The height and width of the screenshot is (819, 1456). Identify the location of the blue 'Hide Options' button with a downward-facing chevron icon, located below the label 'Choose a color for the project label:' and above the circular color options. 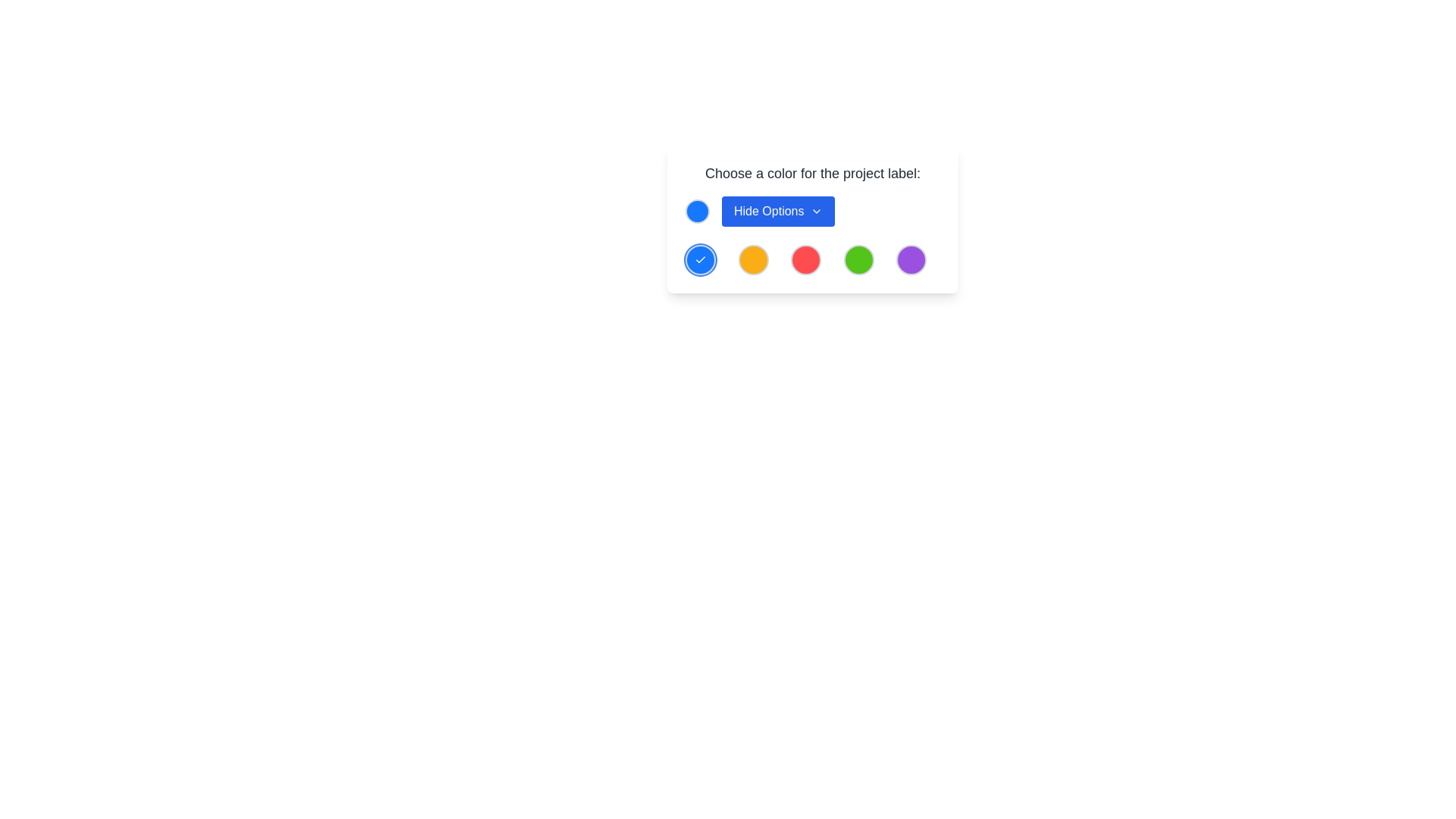
(811, 211).